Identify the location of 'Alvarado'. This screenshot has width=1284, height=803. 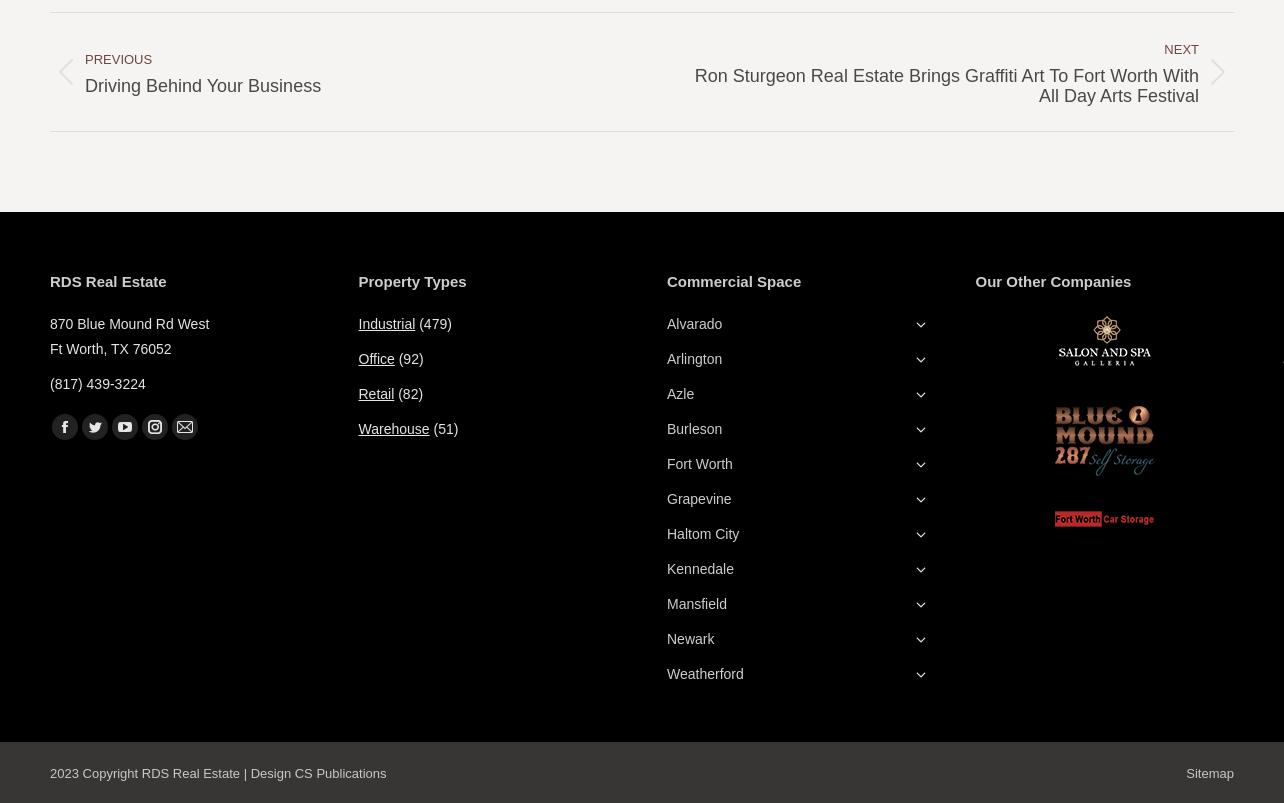
(694, 323).